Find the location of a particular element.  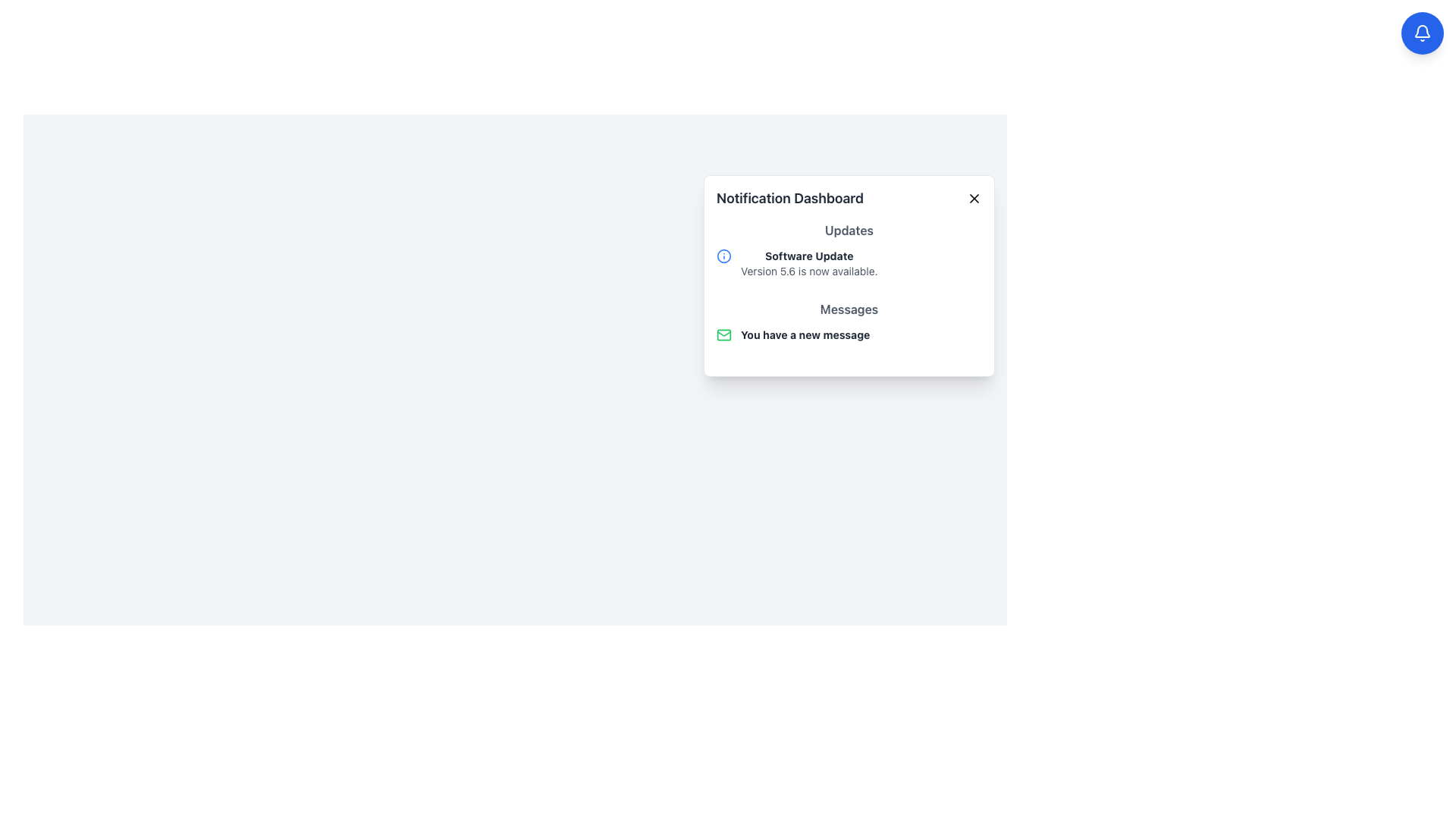

the bold text label displaying 'Software Update' in dark gray, located within the notification card below the 'Updates' header is located at coordinates (808, 256).